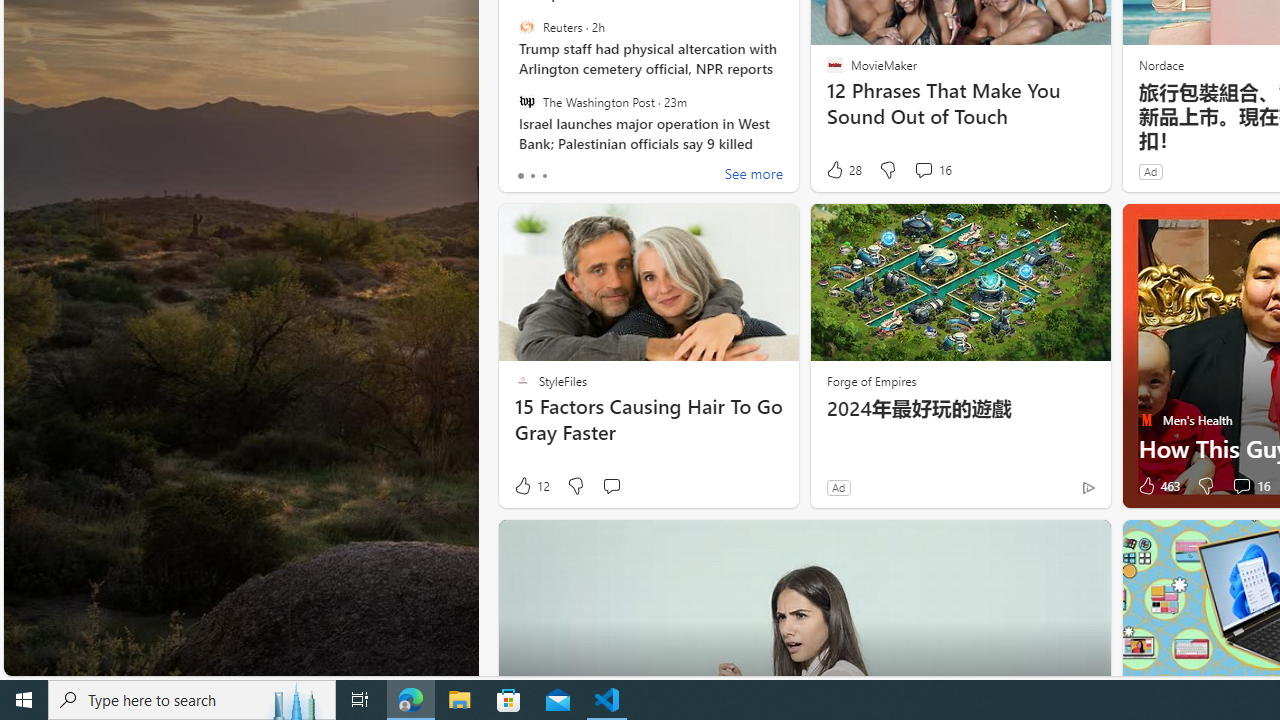 The image size is (1280, 720). What do you see at coordinates (1087, 487) in the screenshot?
I see `'Ad Choice'` at bounding box center [1087, 487].